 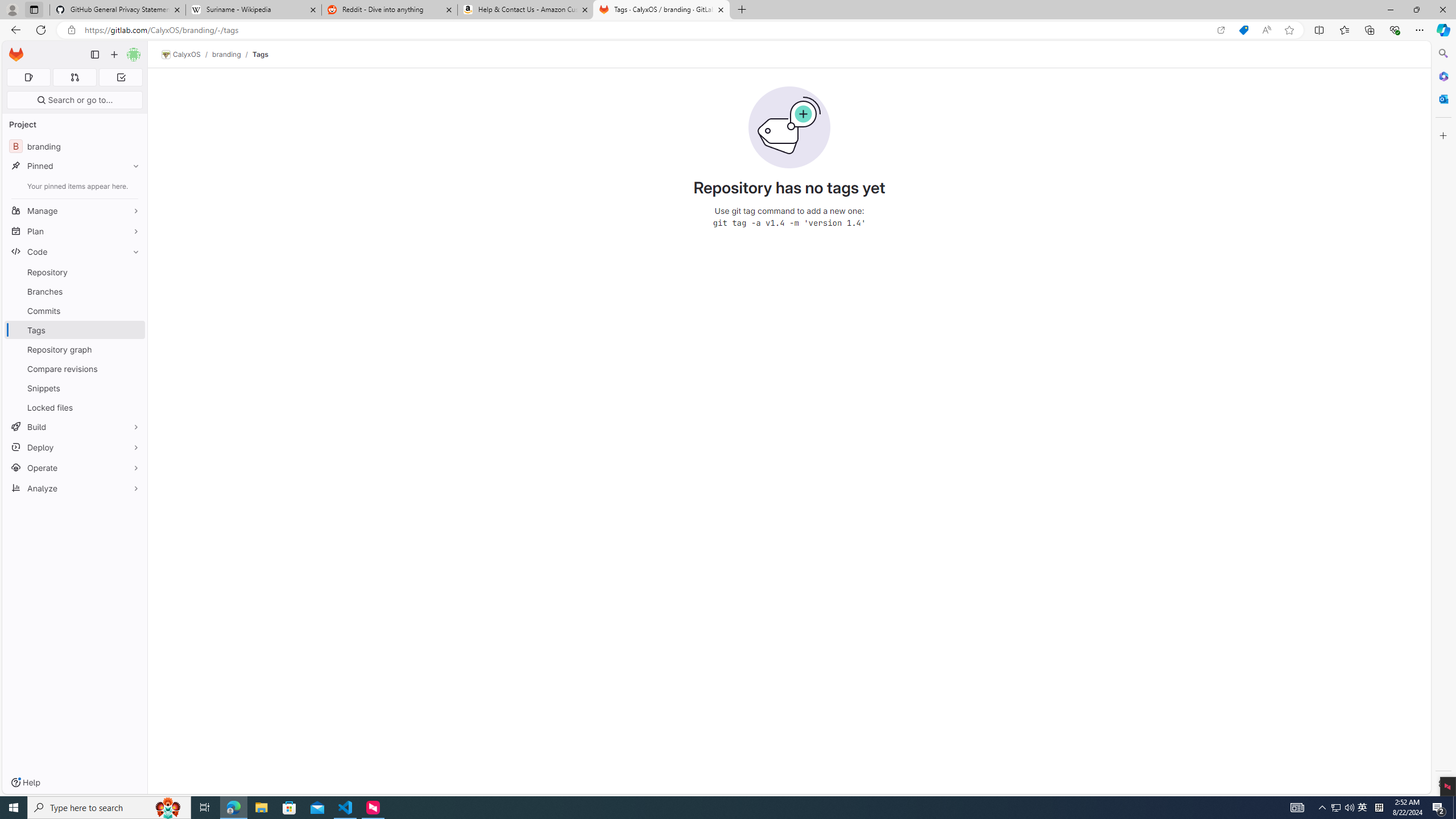 I want to click on 'Plan', so click(x=74, y=230).